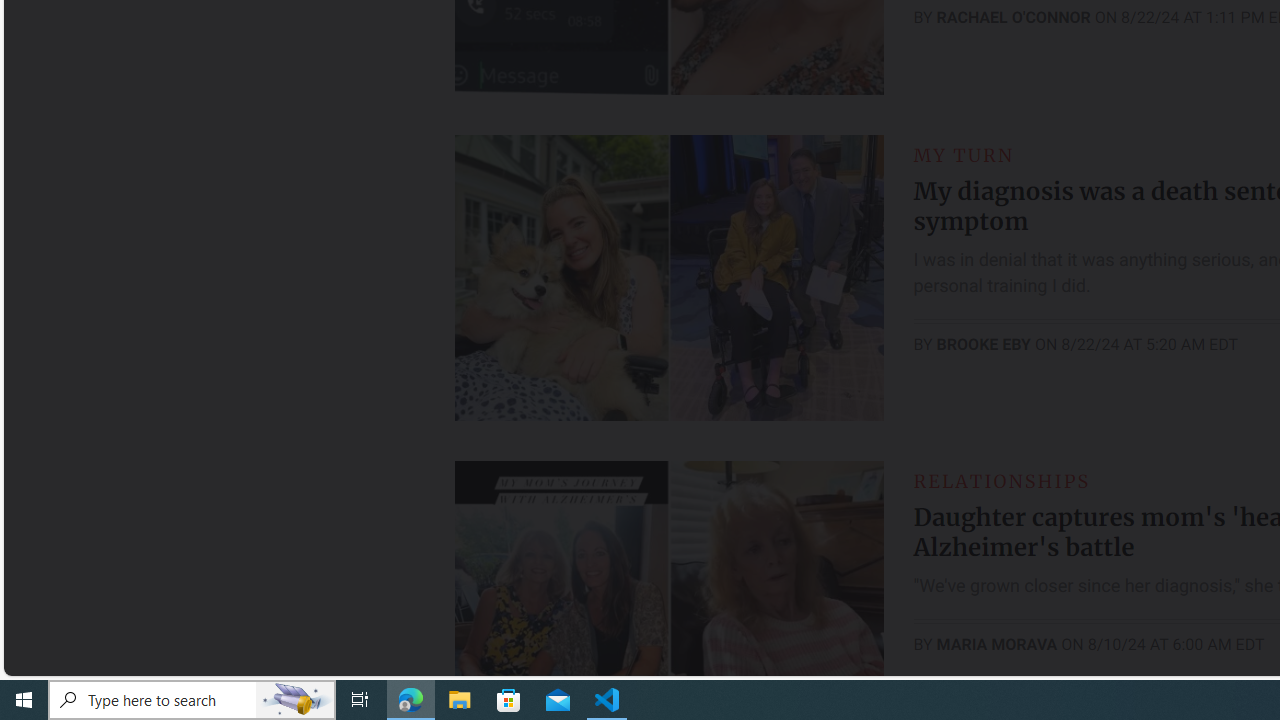 This screenshot has height=720, width=1280. Describe the element at coordinates (963, 154) in the screenshot. I see `'MY TURN'` at that location.